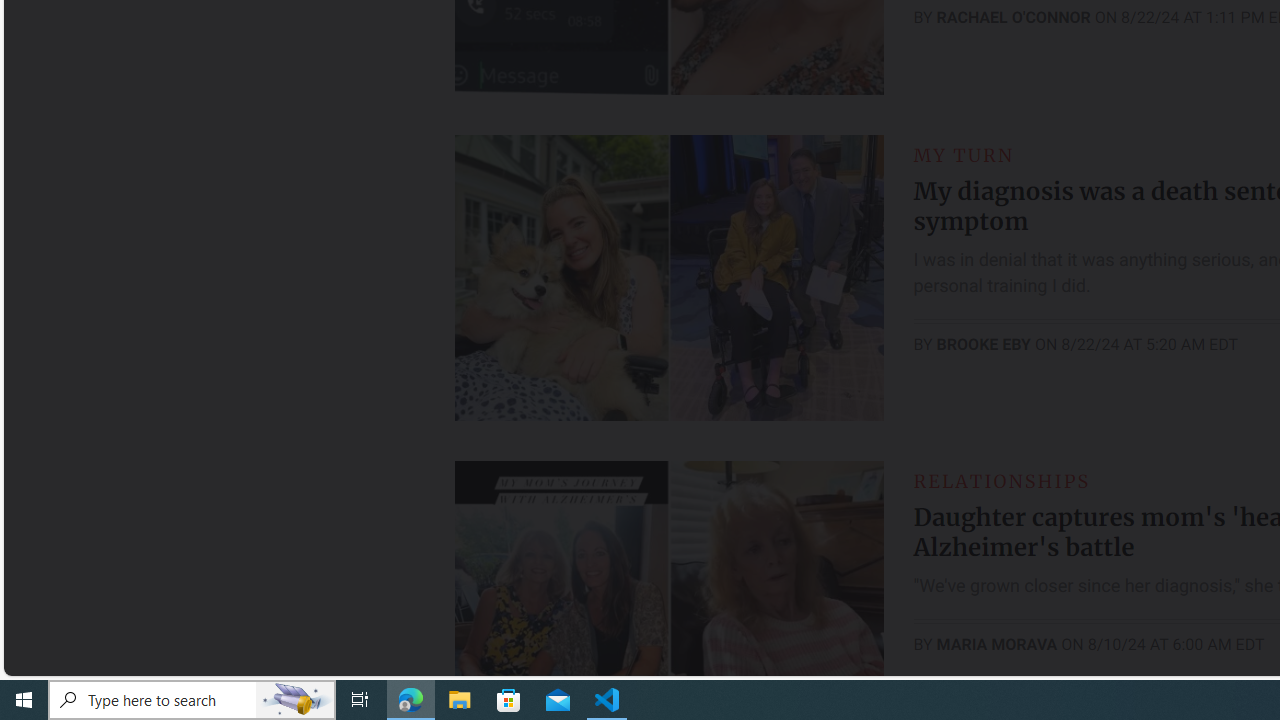 This screenshot has height=720, width=1280. Describe the element at coordinates (963, 154) in the screenshot. I see `'MY TURN'` at that location.